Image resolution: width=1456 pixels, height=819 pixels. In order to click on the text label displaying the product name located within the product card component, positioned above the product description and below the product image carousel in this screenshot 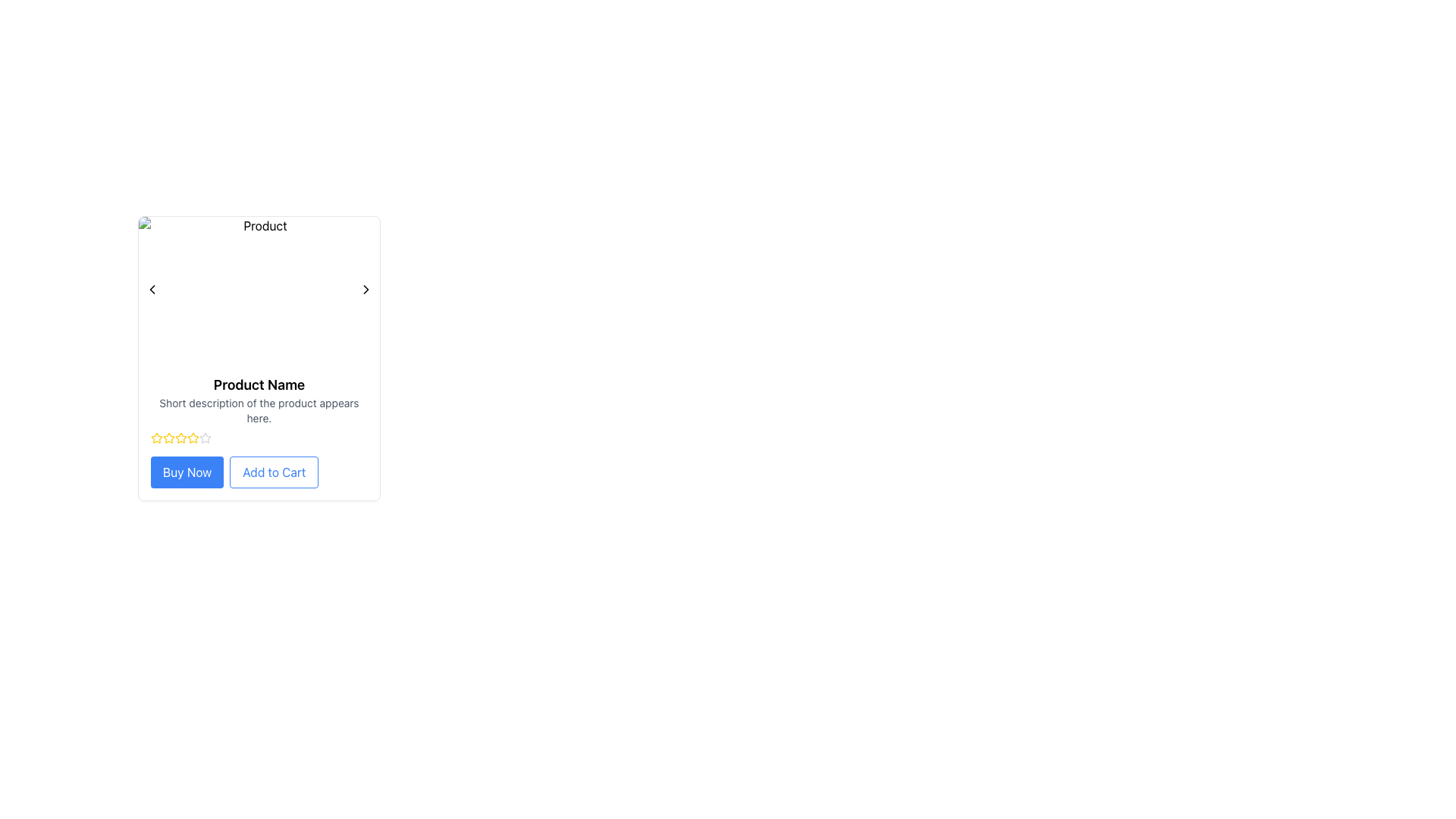, I will do `click(259, 384)`.